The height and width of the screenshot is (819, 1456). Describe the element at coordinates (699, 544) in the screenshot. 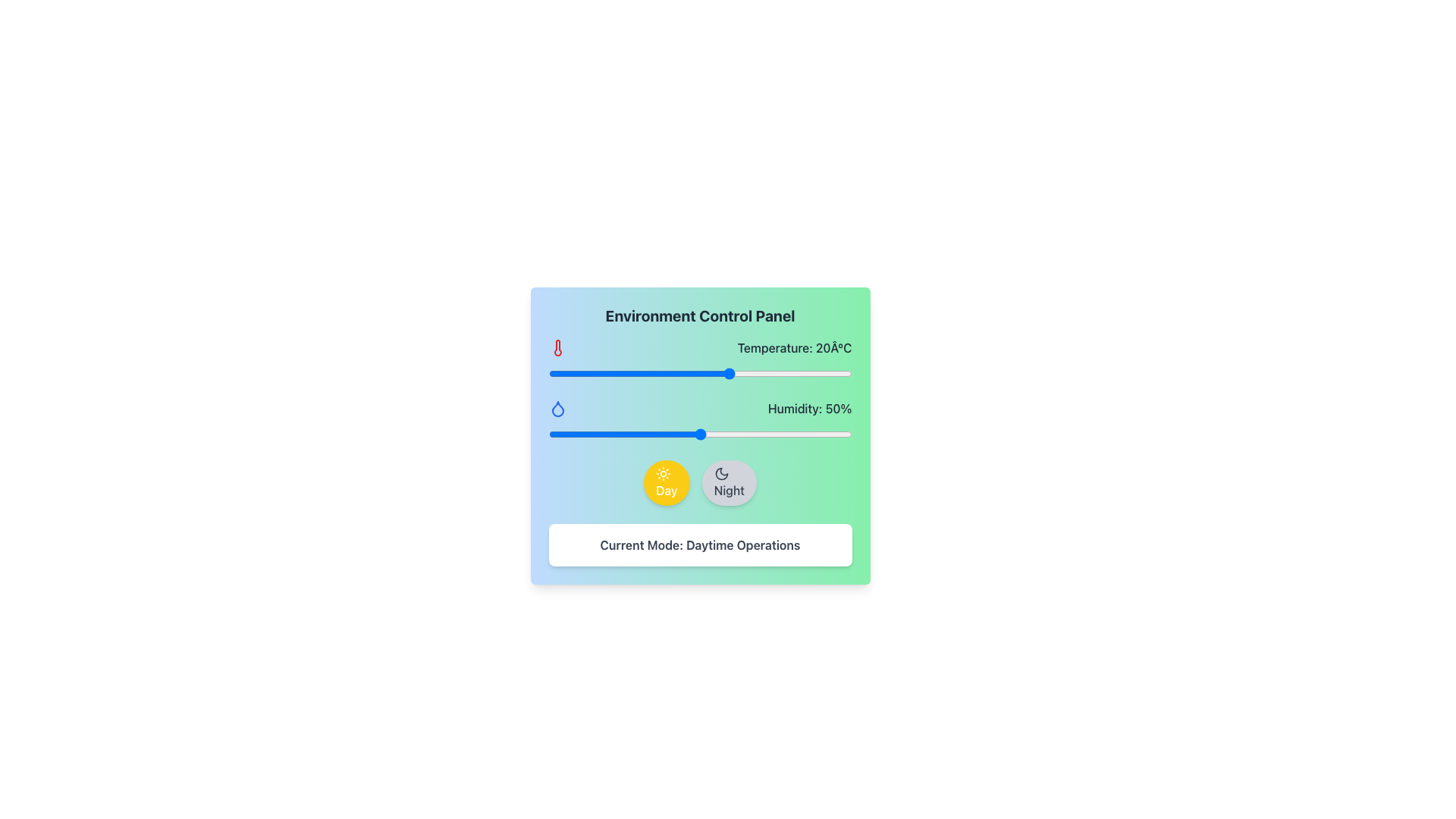

I see `the 'Daytime Operations' text label located at the bottom of the white rectangular card in the main interface panel` at that location.